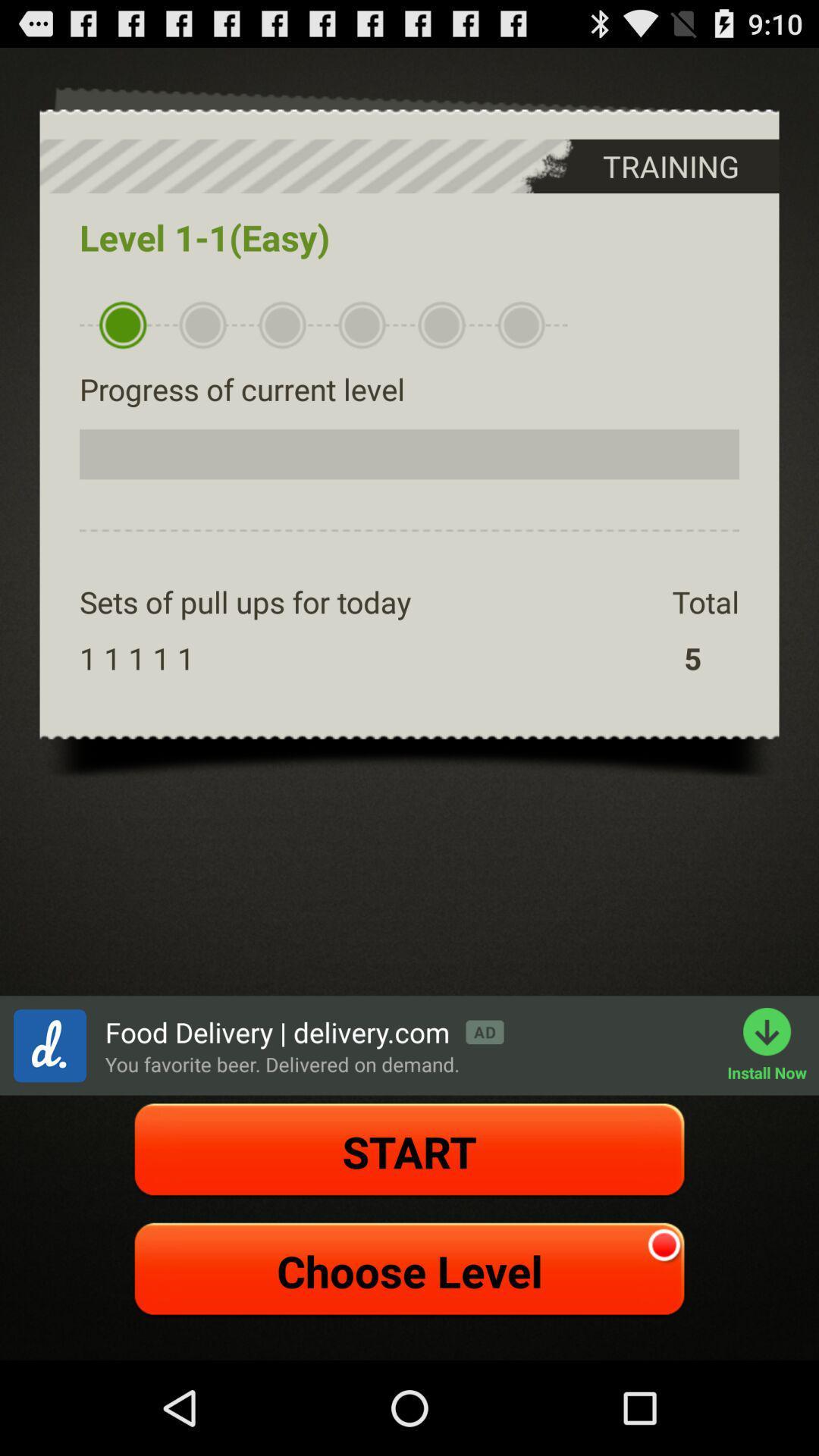 The height and width of the screenshot is (1456, 819). I want to click on the fourth button from left under level 11easy, so click(362, 325).